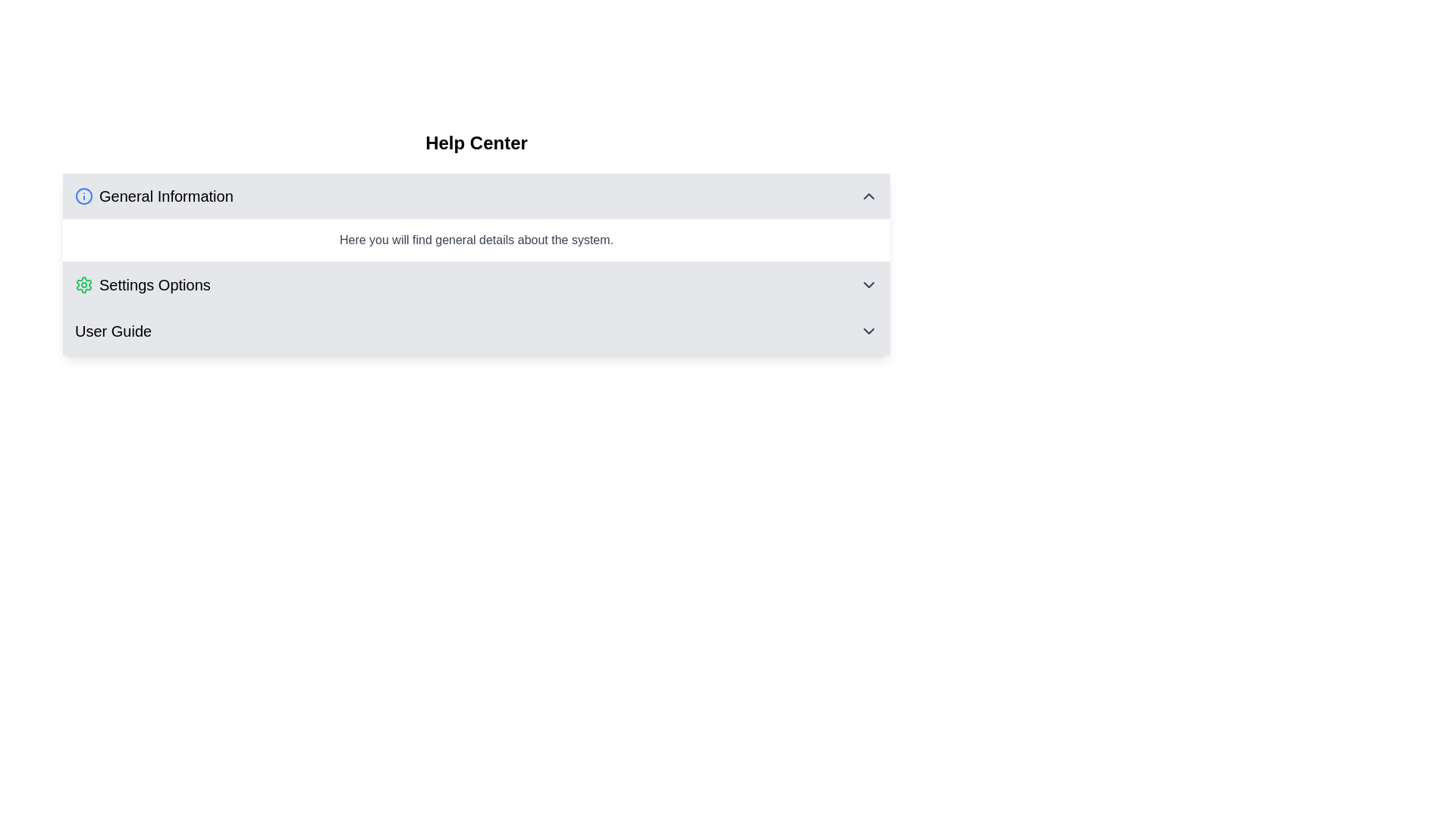 This screenshot has width=1456, height=819. I want to click on the Heading text element that serves as a title for the surrounding content, positioned at the top-center of the page, so click(475, 143).